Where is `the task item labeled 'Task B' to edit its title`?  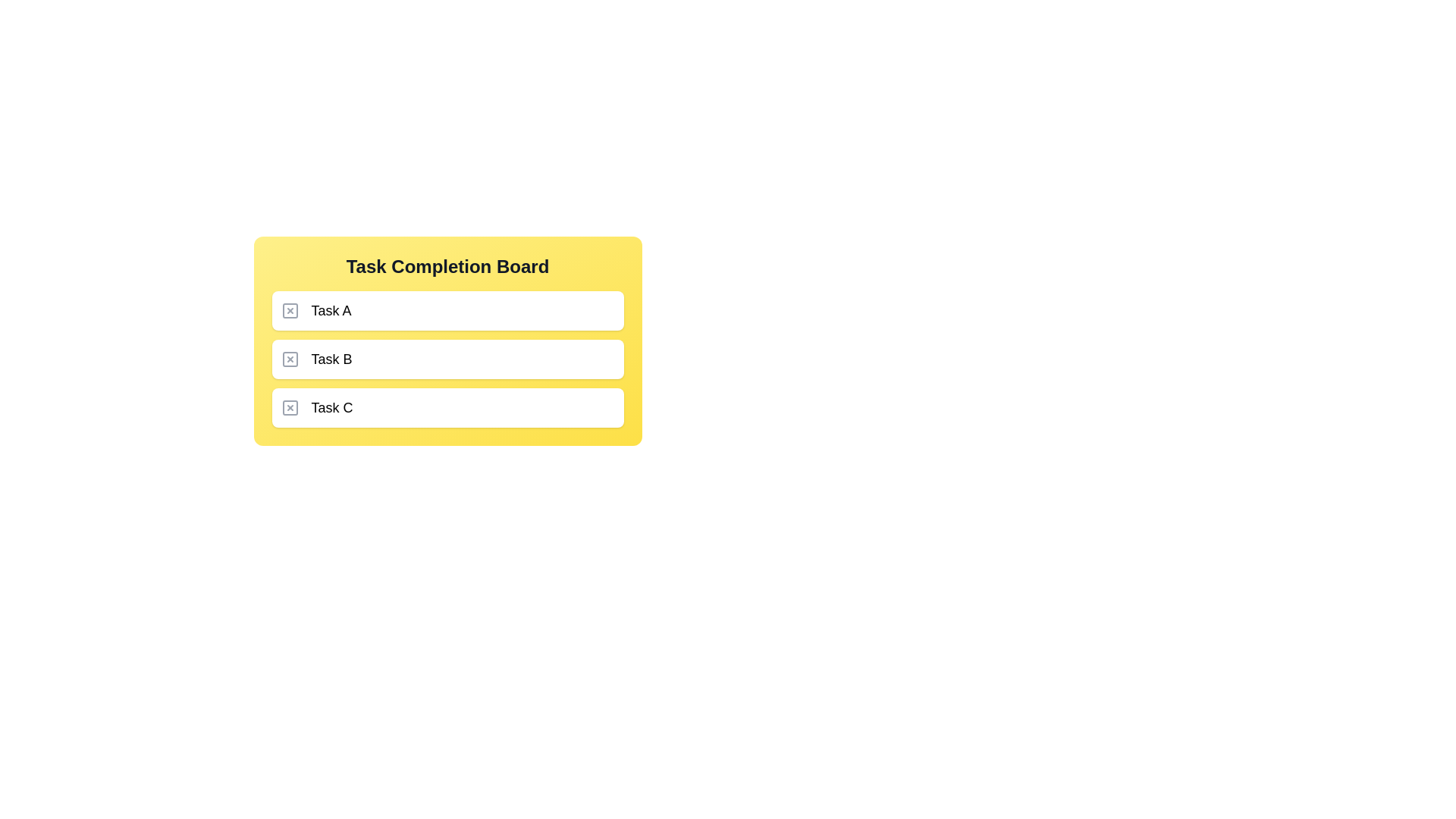
the task item labeled 'Task B' to edit its title is located at coordinates (447, 359).